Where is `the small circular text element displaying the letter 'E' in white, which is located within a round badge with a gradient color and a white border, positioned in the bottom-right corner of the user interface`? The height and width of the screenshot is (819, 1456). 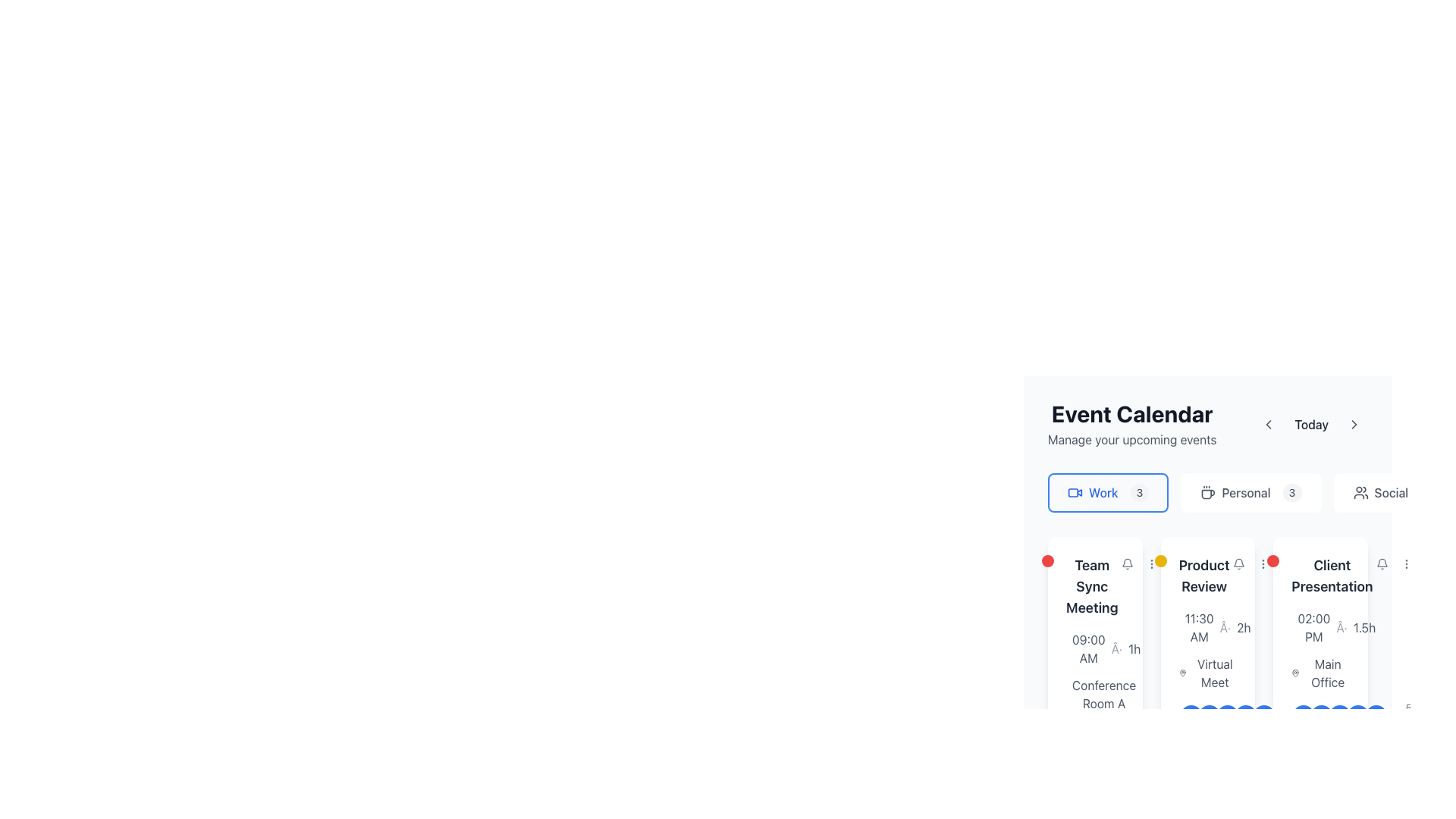 the small circular text element displaying the letter 'E' in white, which is located within a round badge with a gradient color and a white border, positioned in the bottom-right corner of the user interface is located at coordinates (1376, 716).